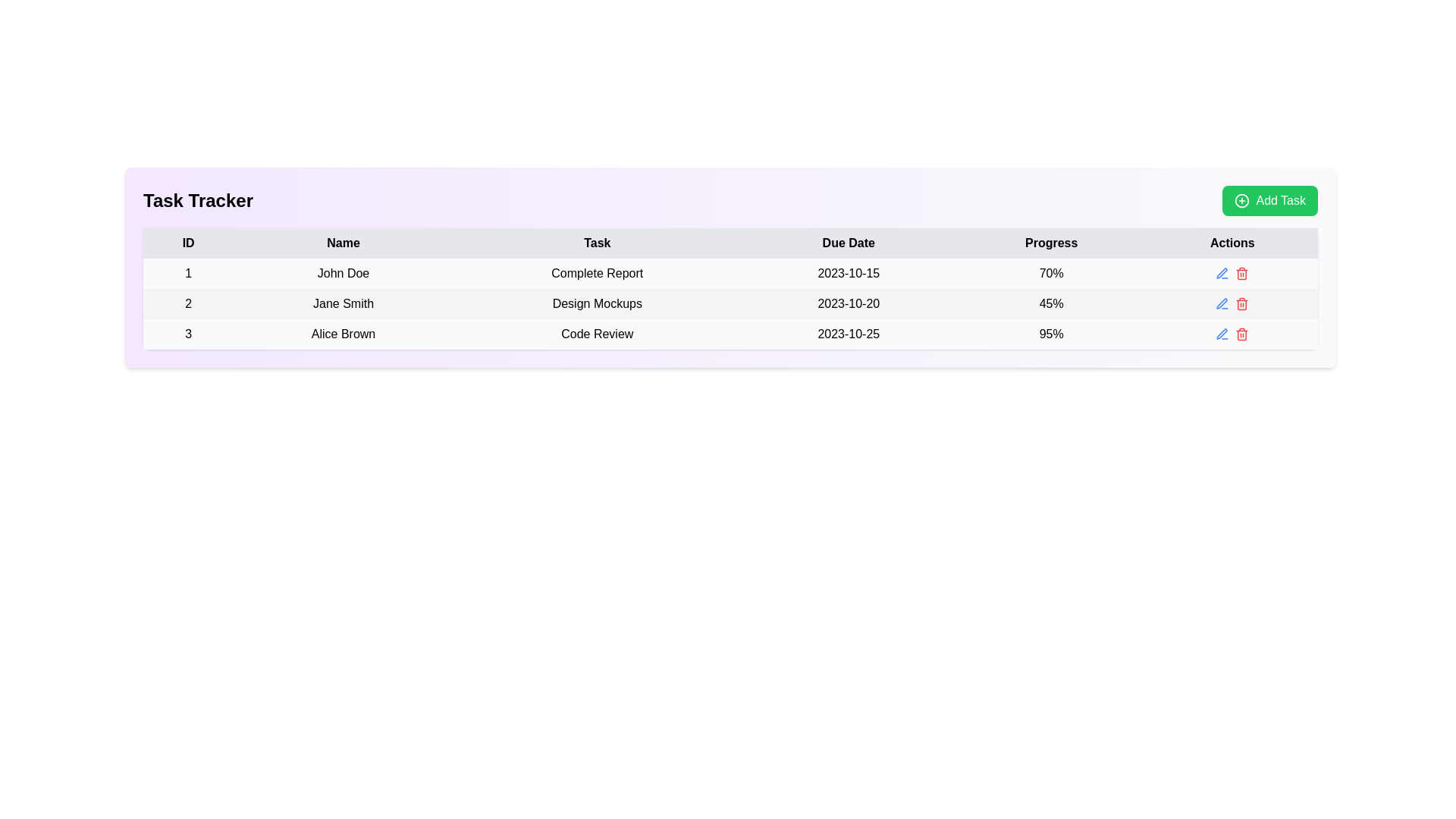 This screenshot has width=1456, height=819. Describe the element at coordinates (1050, 304) in the screenshot. I see `the Text Label that displays the progress percentage of the task 'Design Mockups' in the 'Progress' column of the task tracker table` at that location.